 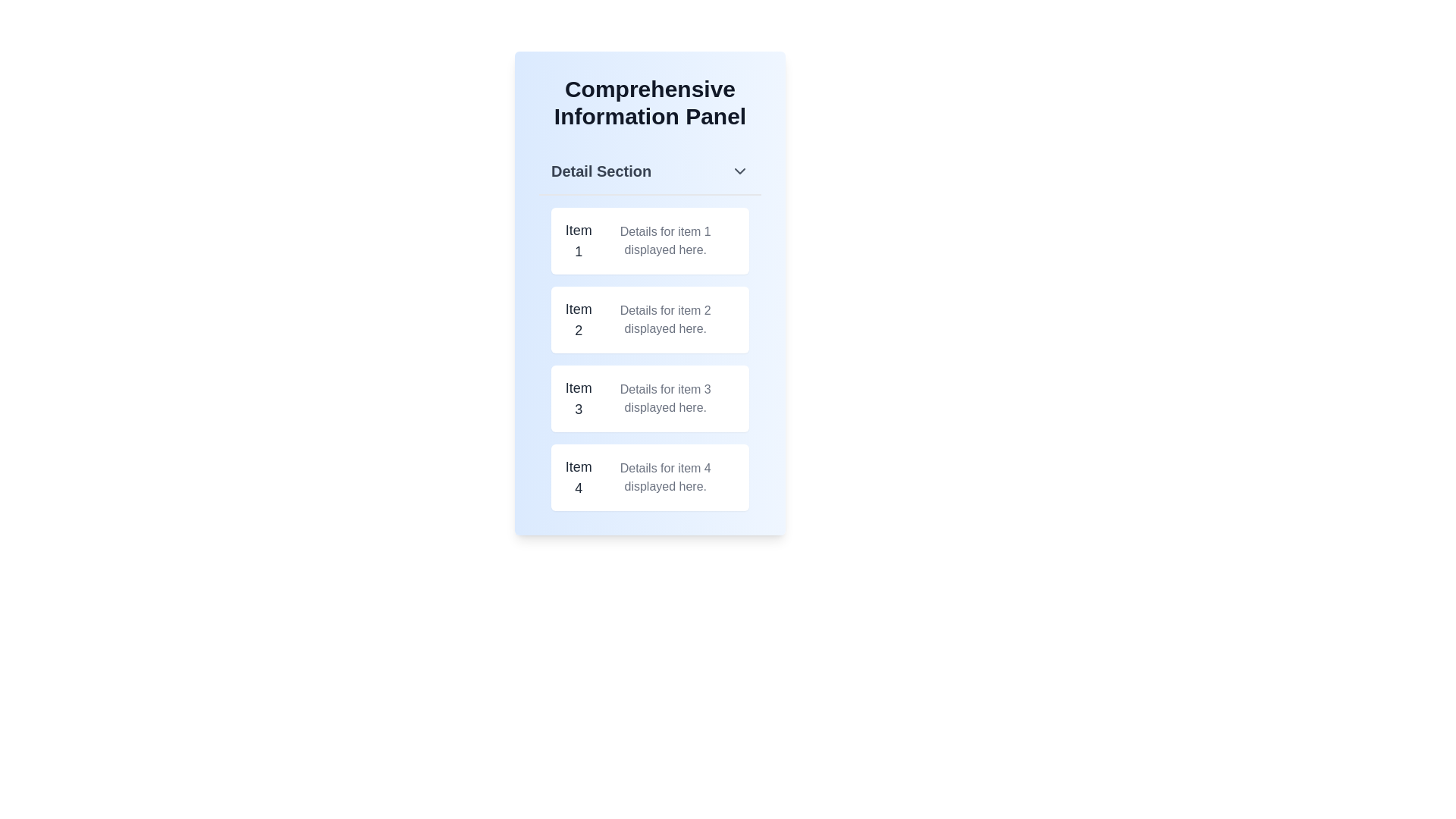 I want to click on the chevron down icon located at the far-right of the 'Detail Section' header, so click(x=739, y=171).